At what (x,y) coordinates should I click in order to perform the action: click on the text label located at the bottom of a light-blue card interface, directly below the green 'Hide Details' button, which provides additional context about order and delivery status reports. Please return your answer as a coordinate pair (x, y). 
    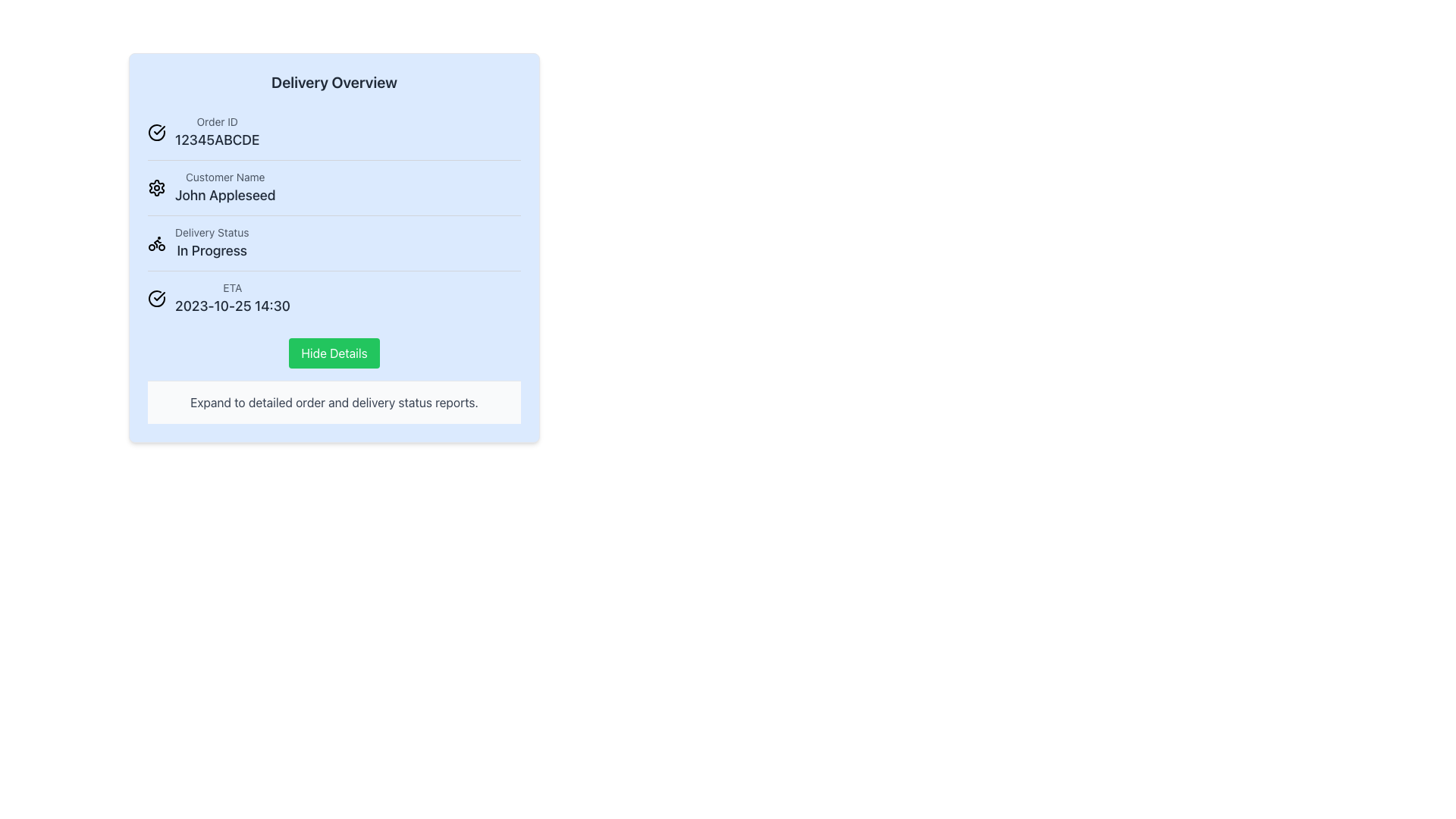
    Looking at the image, I should click on (334, 402).